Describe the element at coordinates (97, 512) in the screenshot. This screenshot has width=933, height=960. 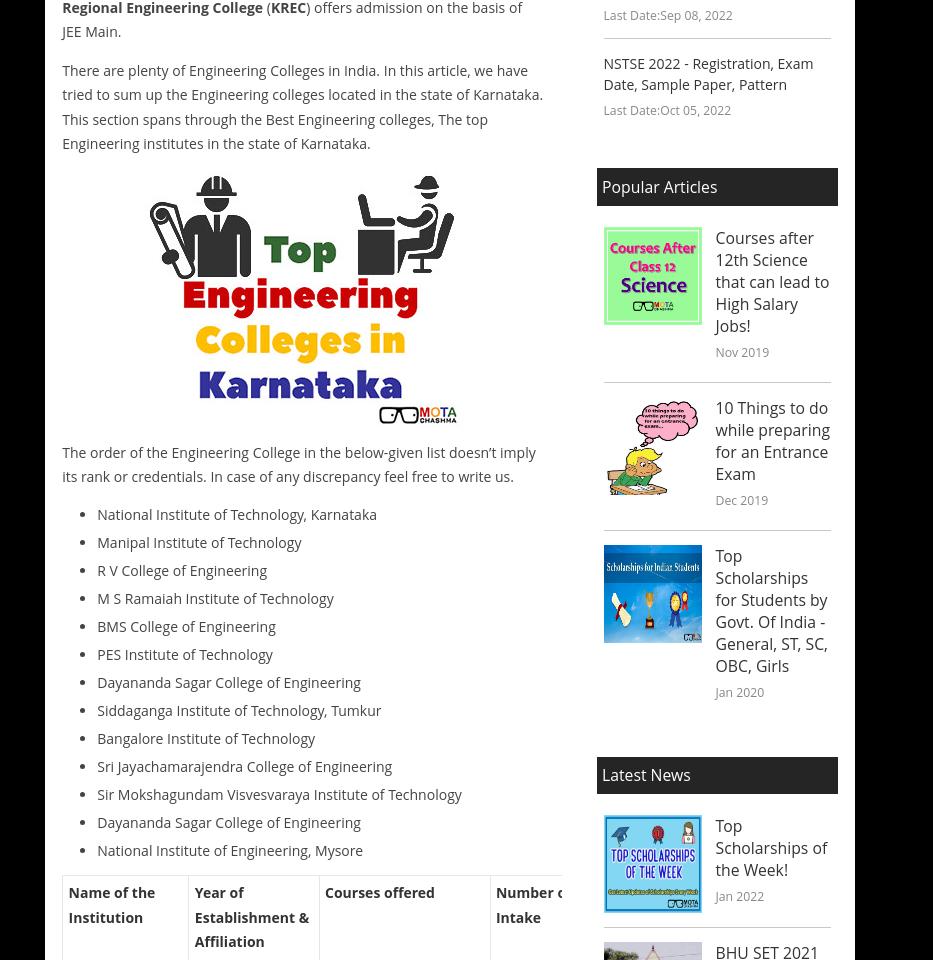
I see `'National Institute of Technology, Karnataka'` at that location.